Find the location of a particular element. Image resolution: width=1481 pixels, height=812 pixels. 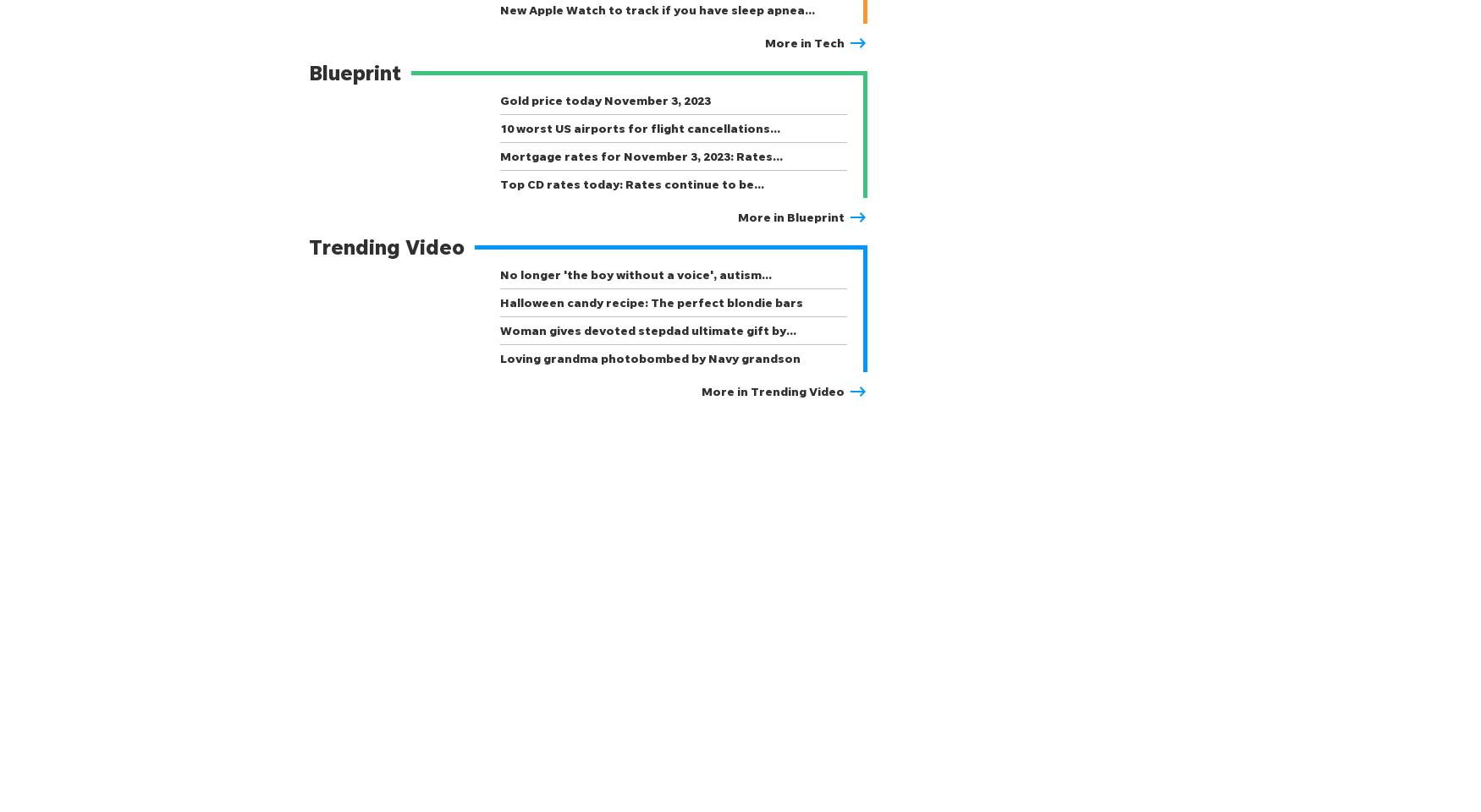

'No longer 'the boy without a voice', autism…' is located at coordinates (499, 274).